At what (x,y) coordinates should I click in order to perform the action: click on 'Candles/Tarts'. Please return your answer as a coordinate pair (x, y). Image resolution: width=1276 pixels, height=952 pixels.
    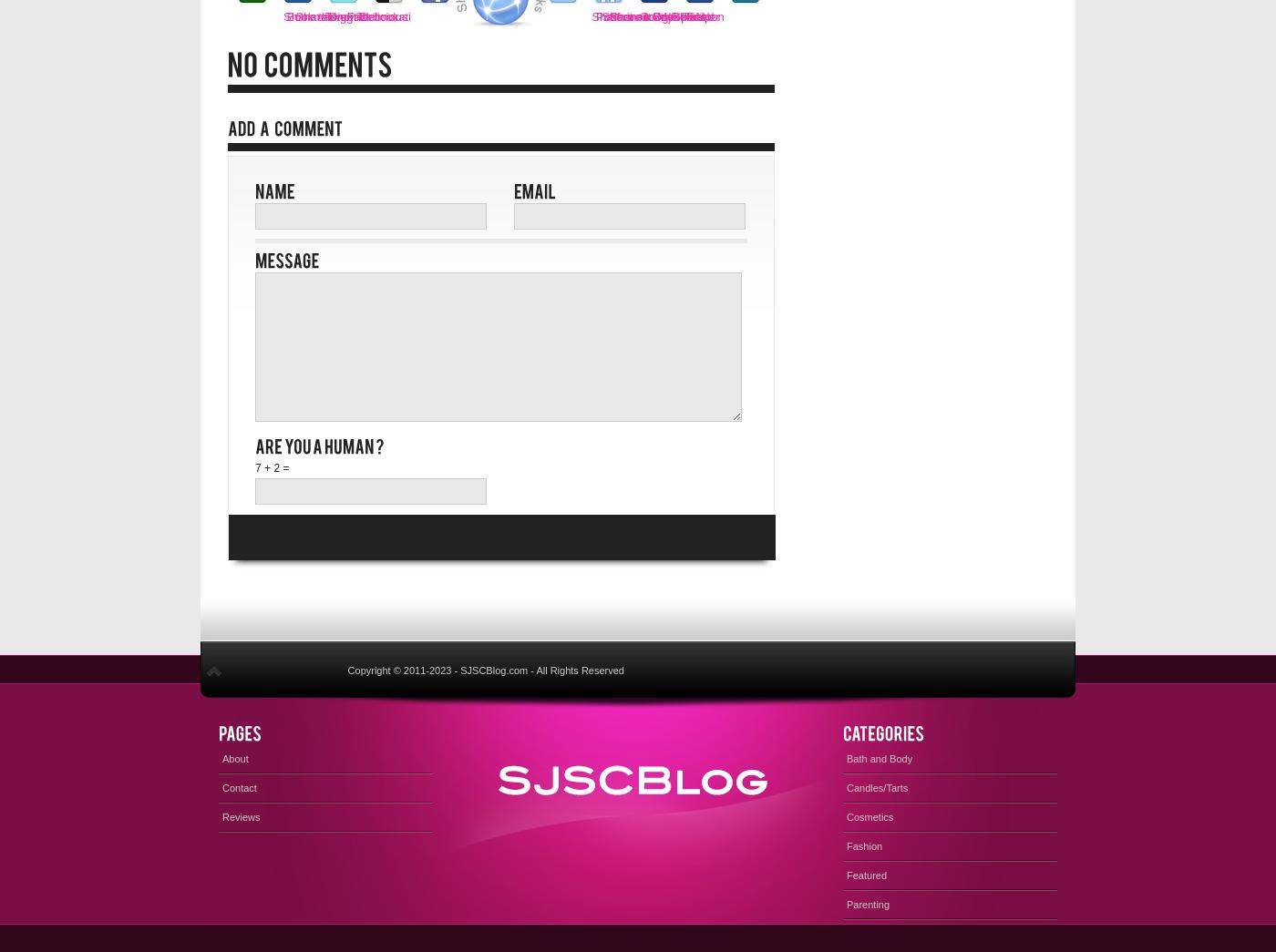
    Looking at the image, I should click on (877, 787).